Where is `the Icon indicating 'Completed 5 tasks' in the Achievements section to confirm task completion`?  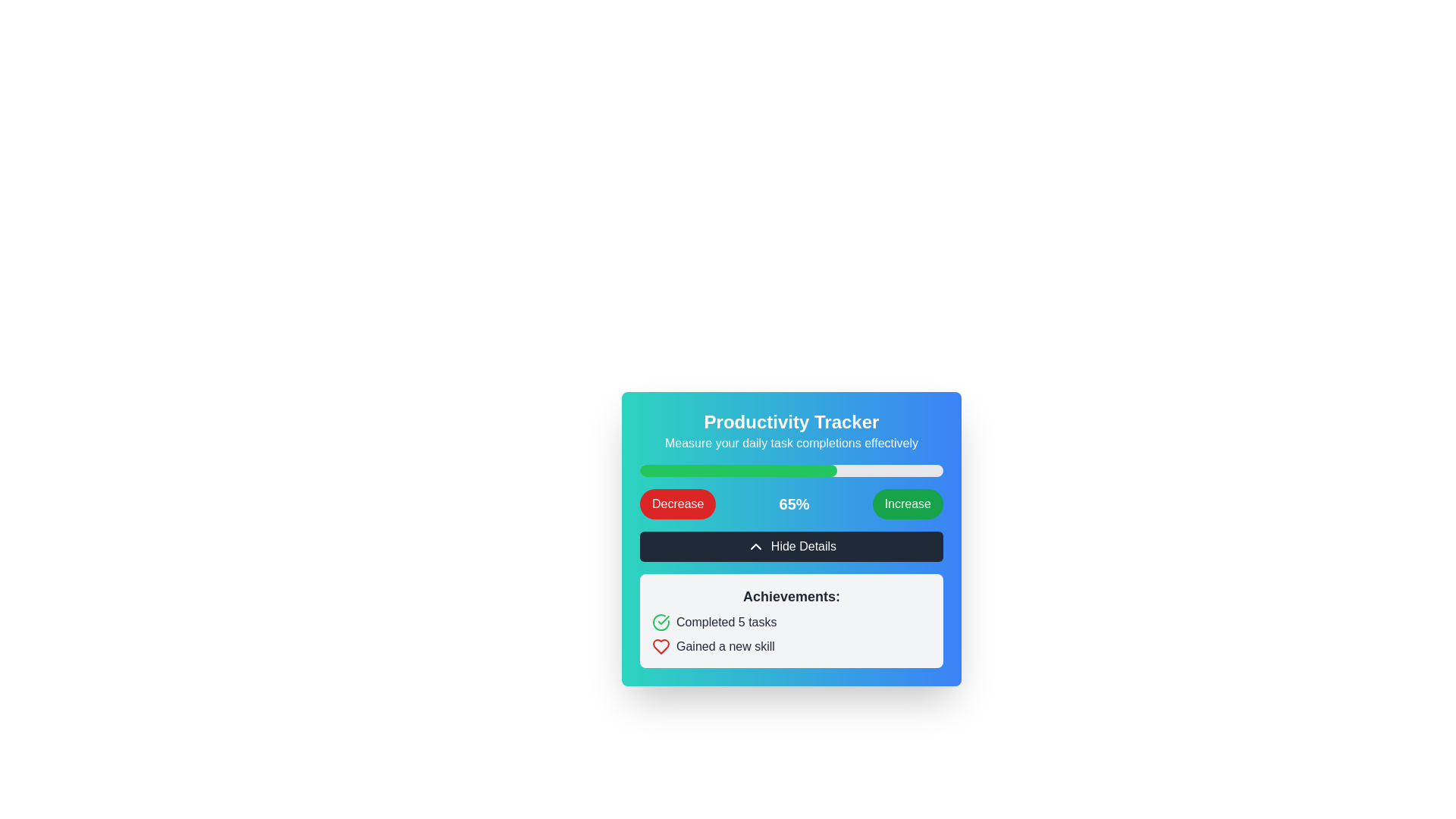 the Icon indicating 'Completed 5 tasks' in the Achievements section to confirm task completion is located at coordinates (661, 623).